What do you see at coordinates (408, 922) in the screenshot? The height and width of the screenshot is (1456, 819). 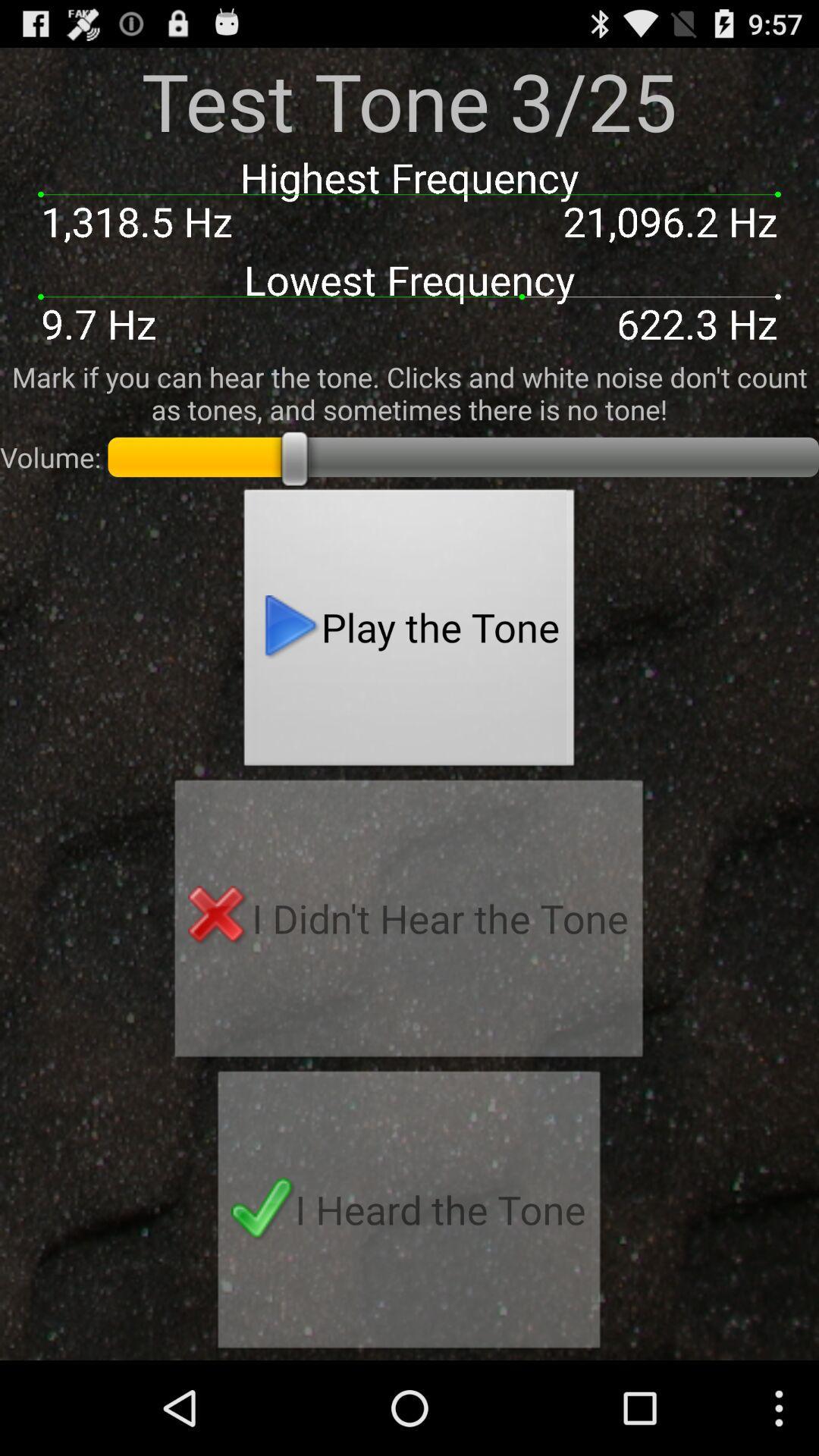 I see `icon below play the tone` at bounding box center [408, 922].